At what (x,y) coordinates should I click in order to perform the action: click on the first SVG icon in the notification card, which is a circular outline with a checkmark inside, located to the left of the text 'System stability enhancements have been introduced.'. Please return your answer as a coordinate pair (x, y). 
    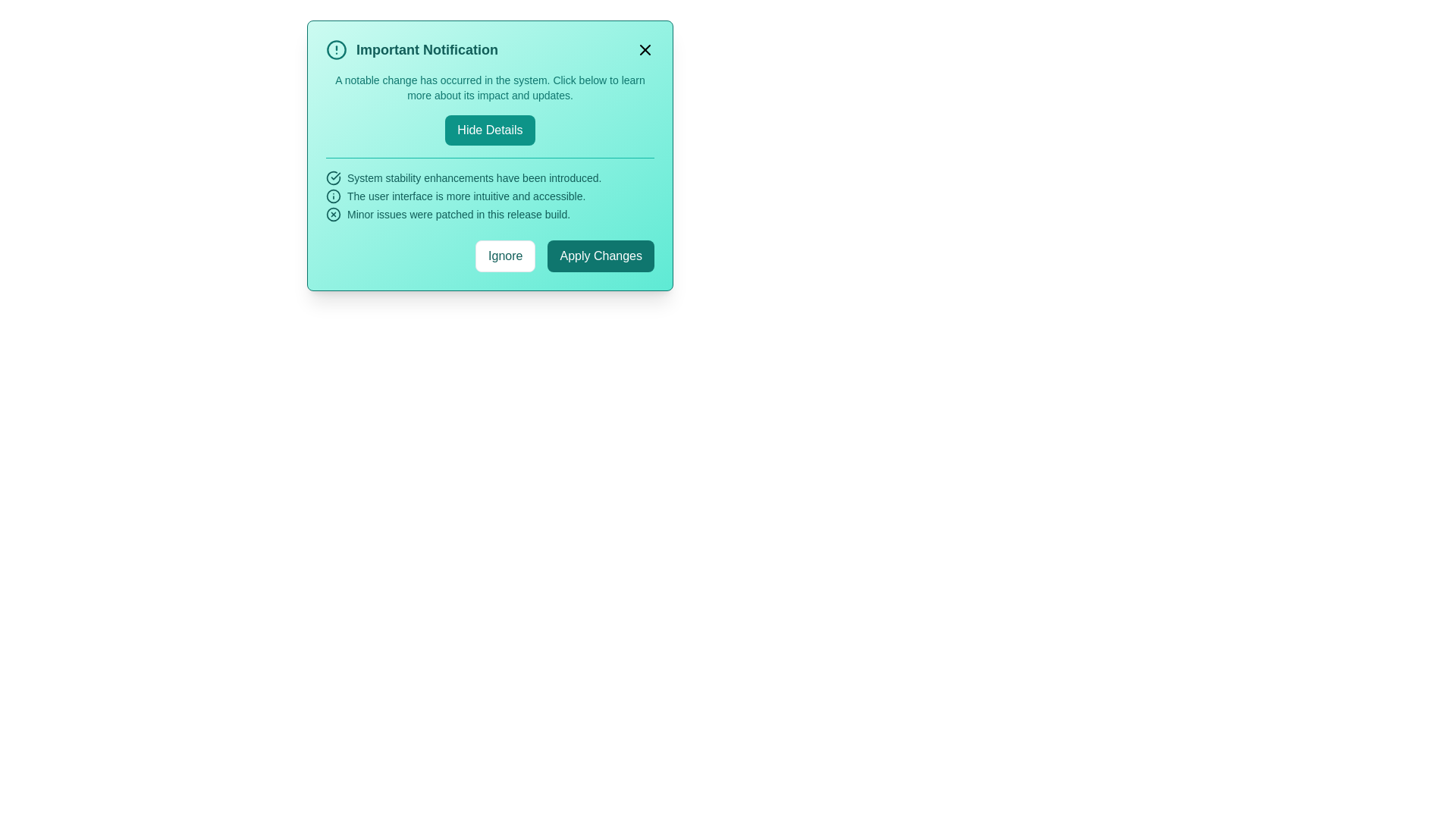
    Looking at the image, I should click on (333, 177).